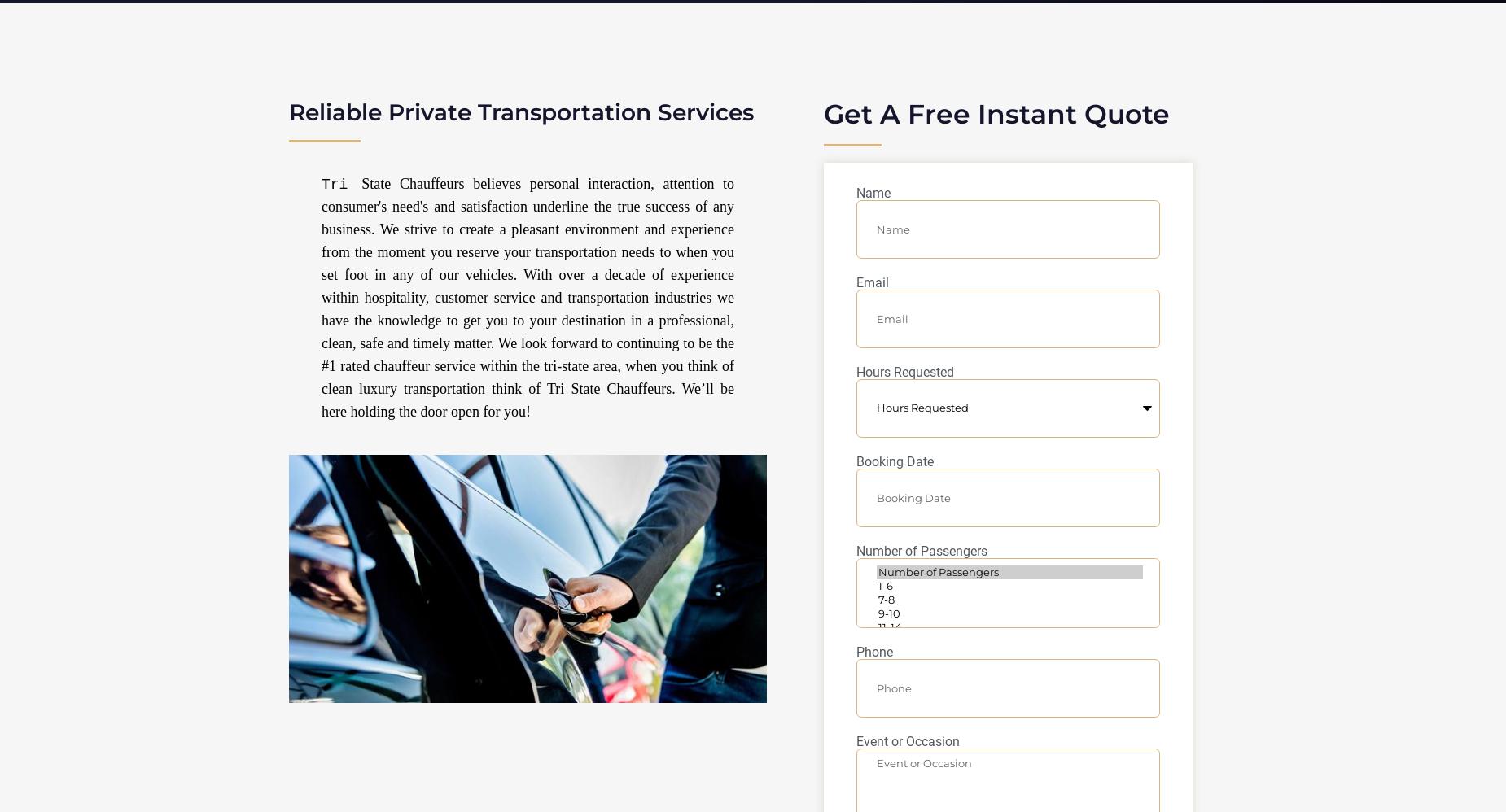 The height and width of the screenshot is (812, 1506). I want to click on 'Get A Free Instant Quote', so click(996, 114).